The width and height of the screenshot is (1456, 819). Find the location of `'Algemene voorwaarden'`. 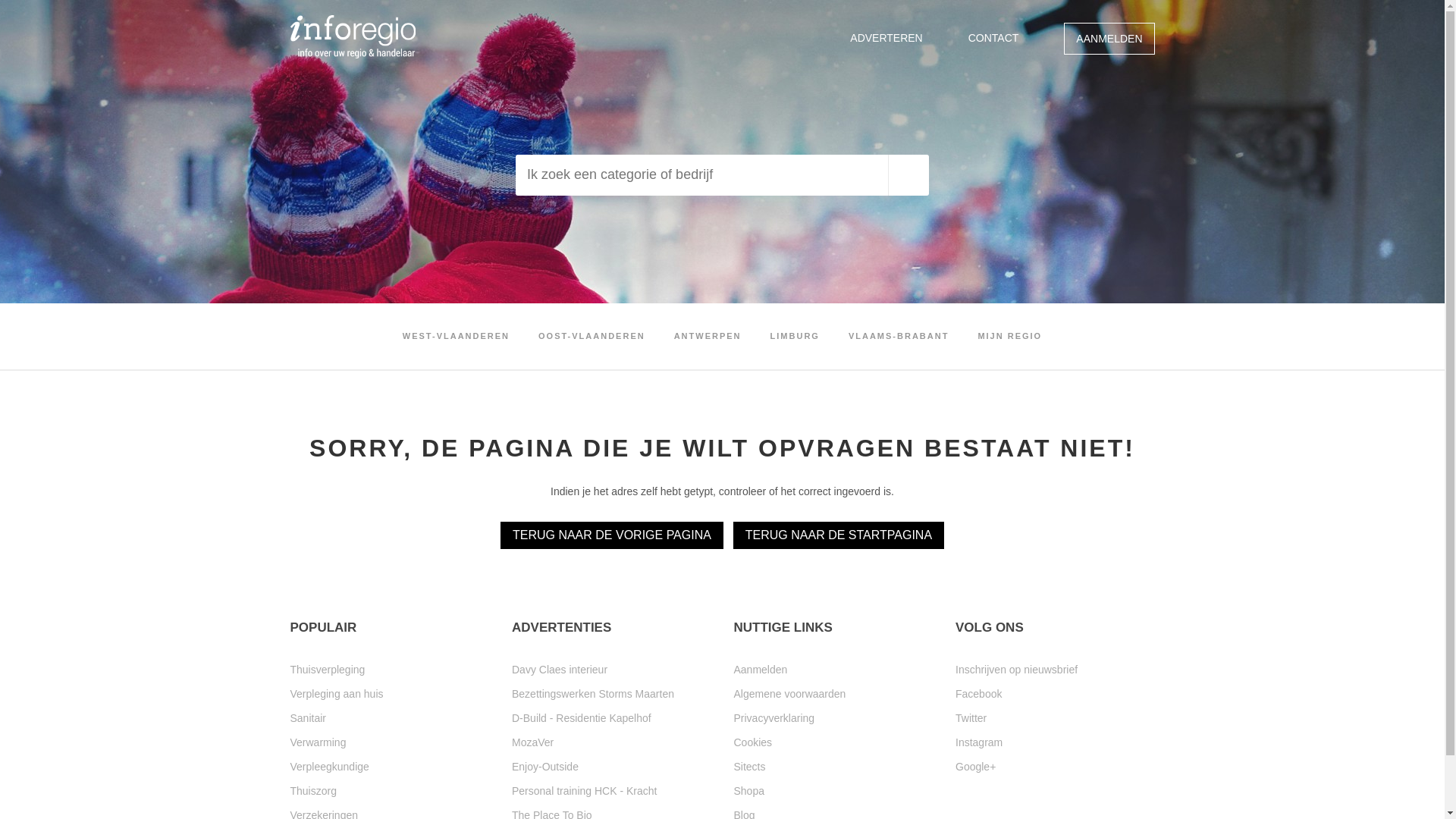

'Algemene voorwaarden' is located at coordinates (833, 693).